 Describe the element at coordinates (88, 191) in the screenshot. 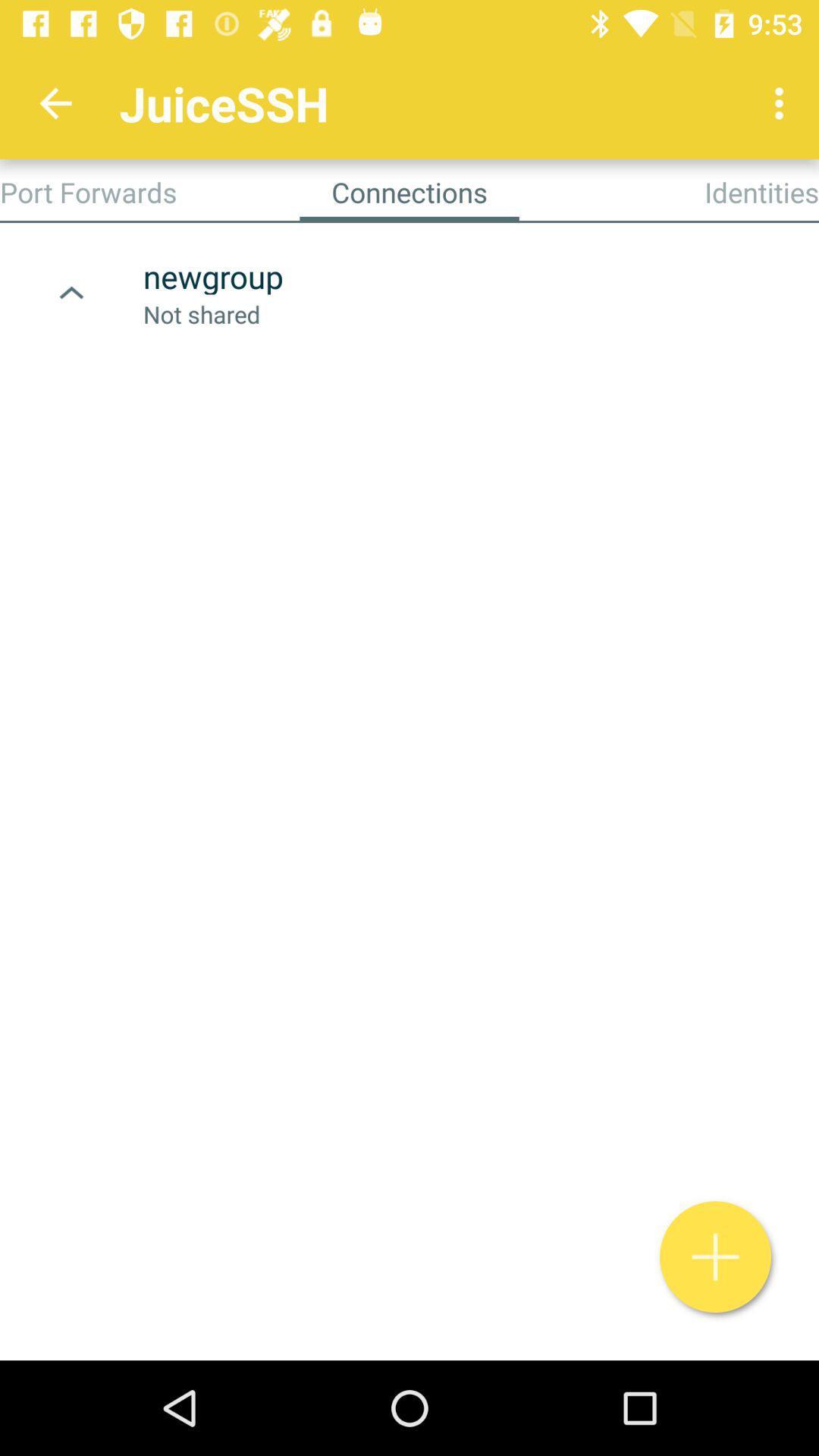

I see `icon to the left of connections app` at that location.